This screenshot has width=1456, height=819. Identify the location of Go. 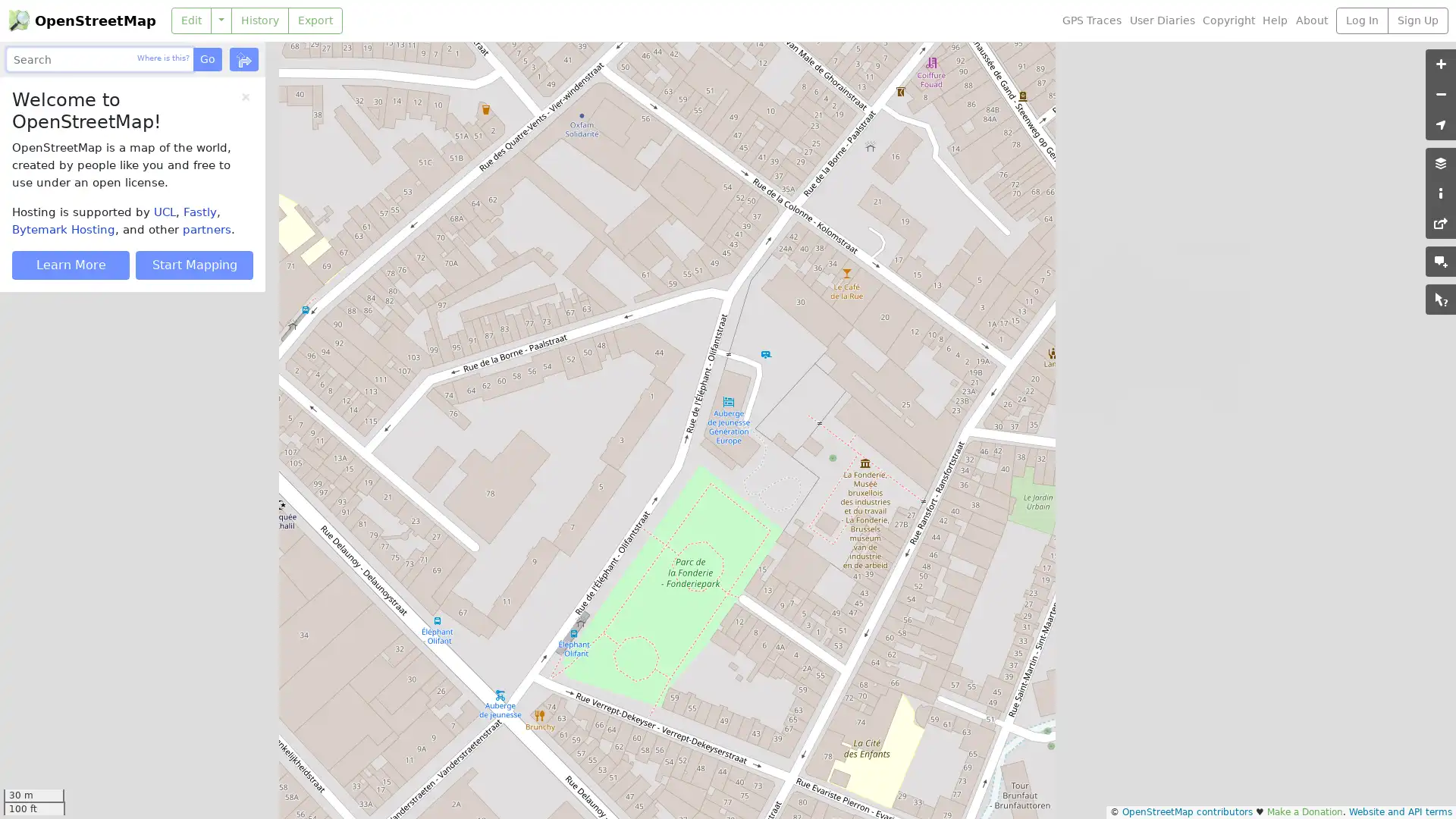
(206, 58).